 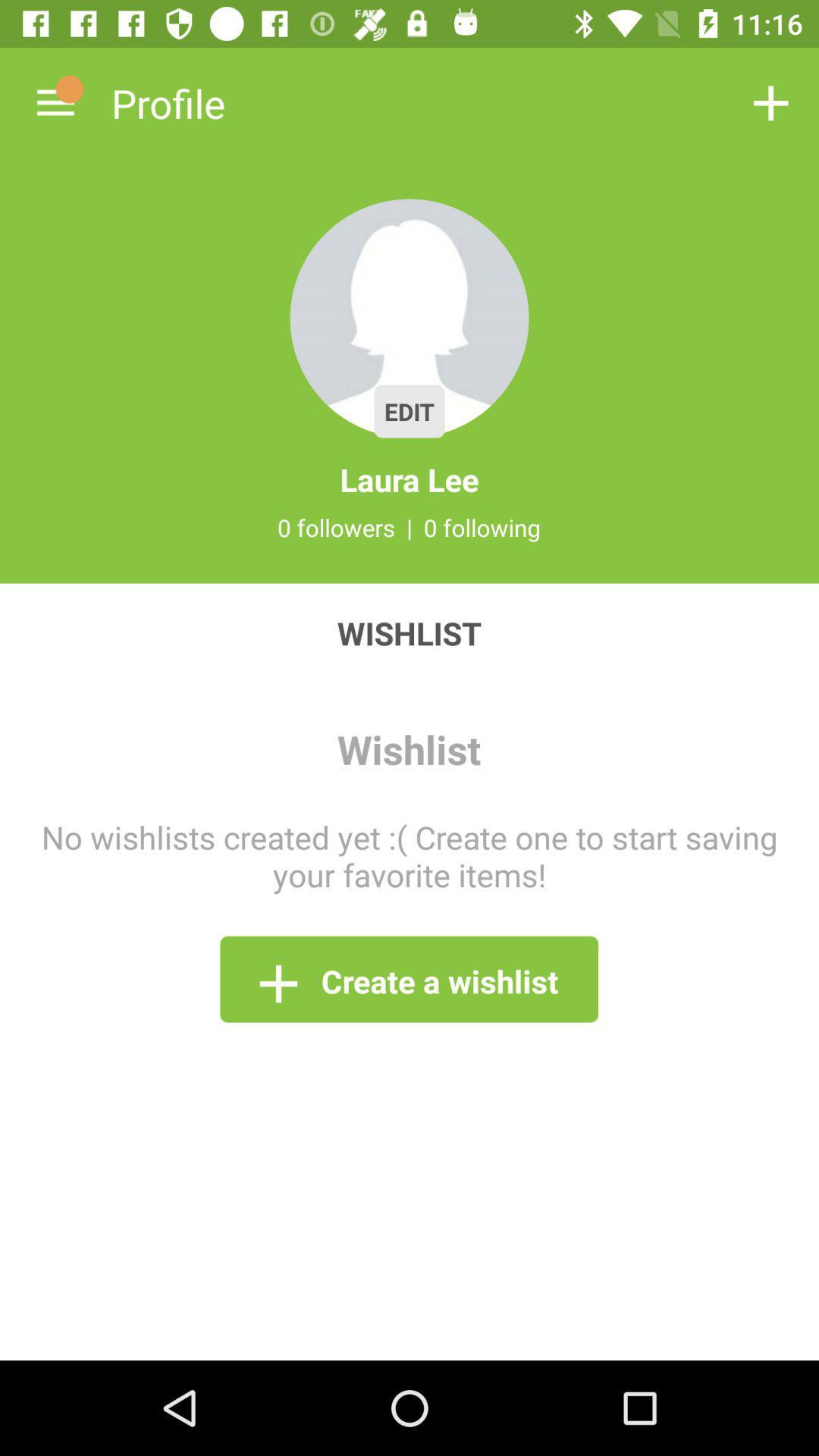 What do you see at coordinates (55, 102) in the screenshot?
I see `the icon next to profile` at bounding box center [55, 102].